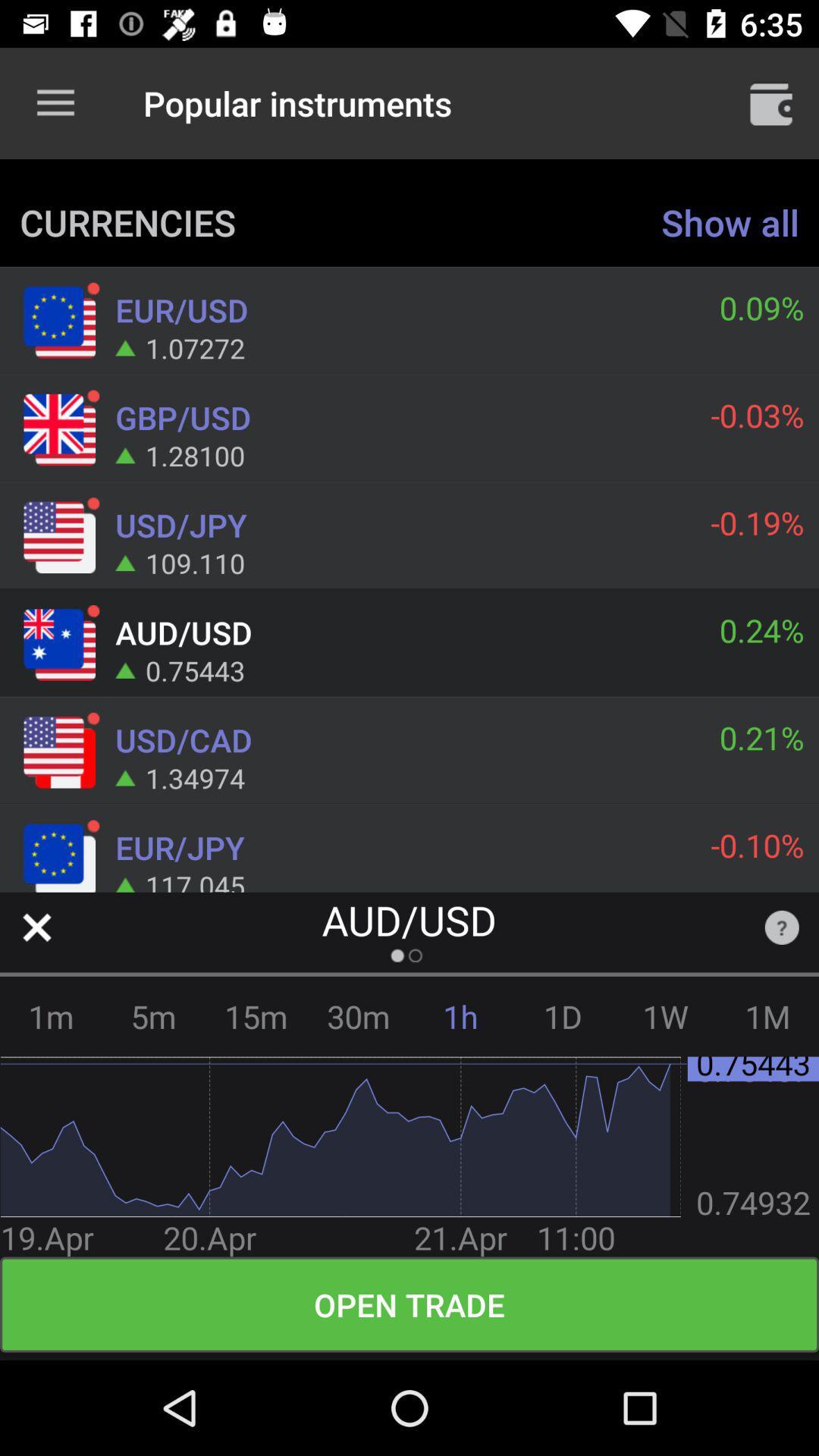 The height and width of the screenshot is (1456, 819). Describe the element at coordinates (36, 927) in the screenshot. I see `the close icon` at that location.